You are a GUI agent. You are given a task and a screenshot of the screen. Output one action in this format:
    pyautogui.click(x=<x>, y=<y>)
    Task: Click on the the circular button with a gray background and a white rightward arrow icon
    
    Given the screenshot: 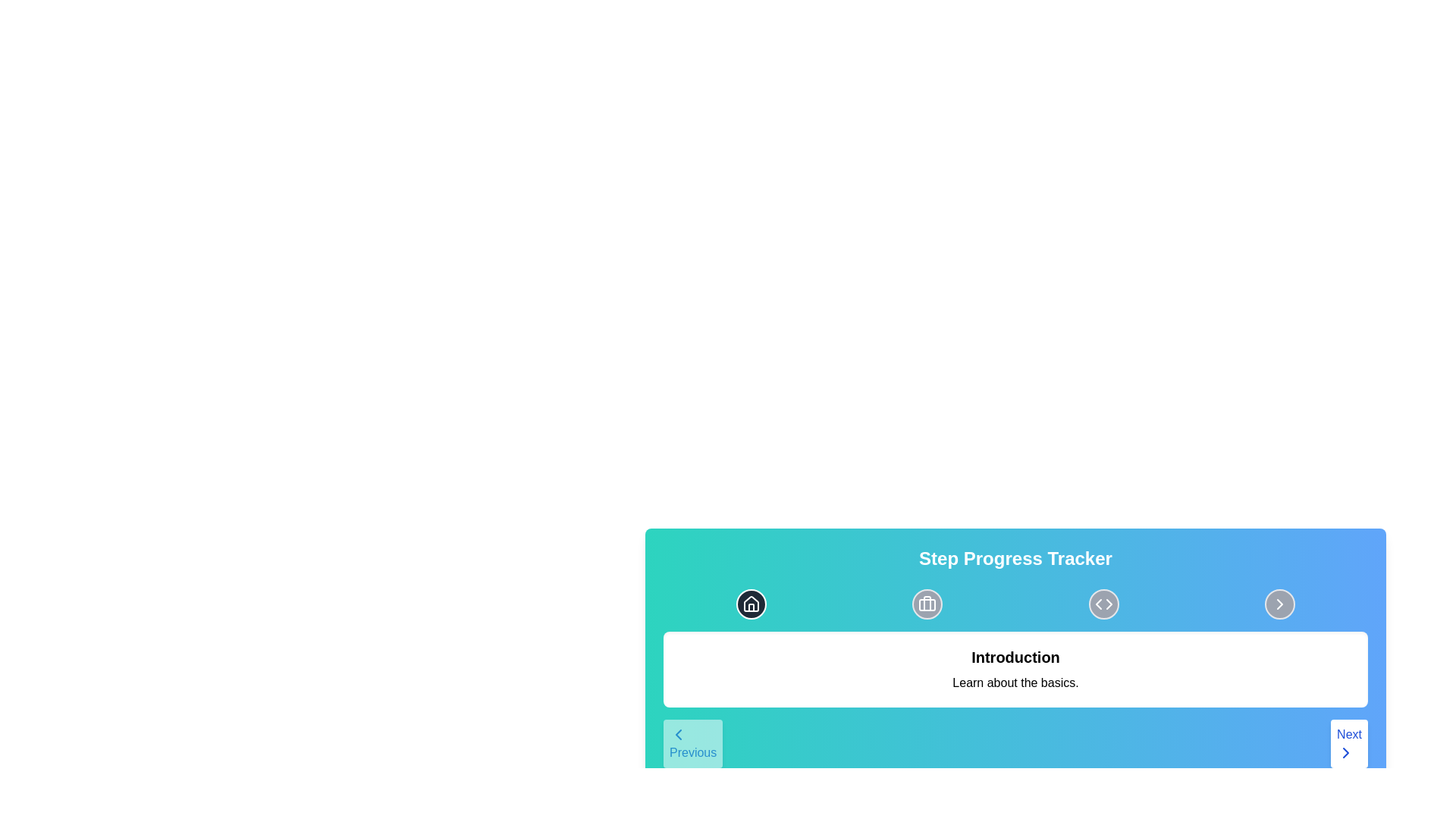 What is the action you would take?
    pyautogui.click(x=1279, y=604)
    